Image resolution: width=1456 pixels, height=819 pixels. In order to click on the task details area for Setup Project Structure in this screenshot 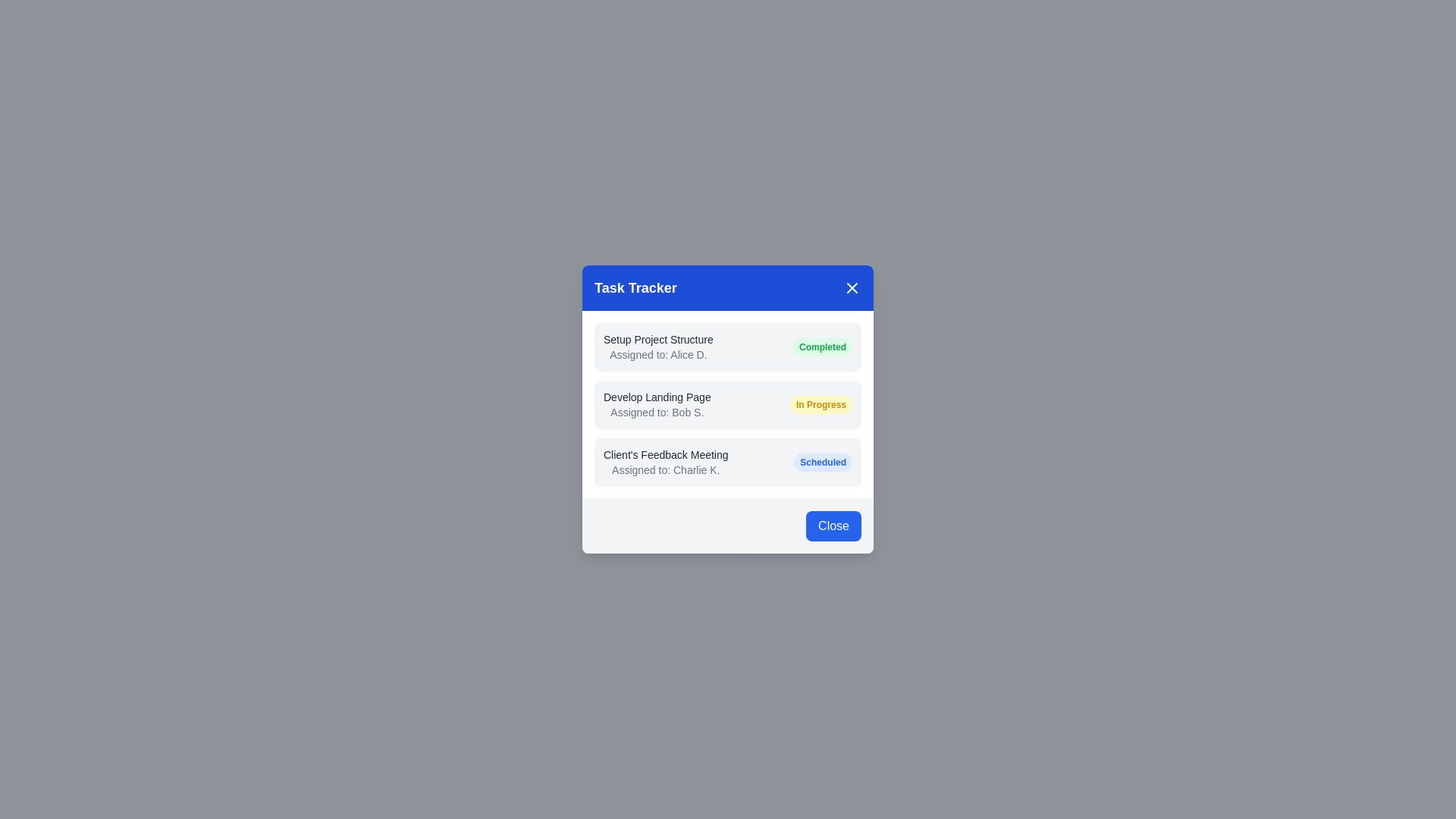, I will do `click(728, 347)`.